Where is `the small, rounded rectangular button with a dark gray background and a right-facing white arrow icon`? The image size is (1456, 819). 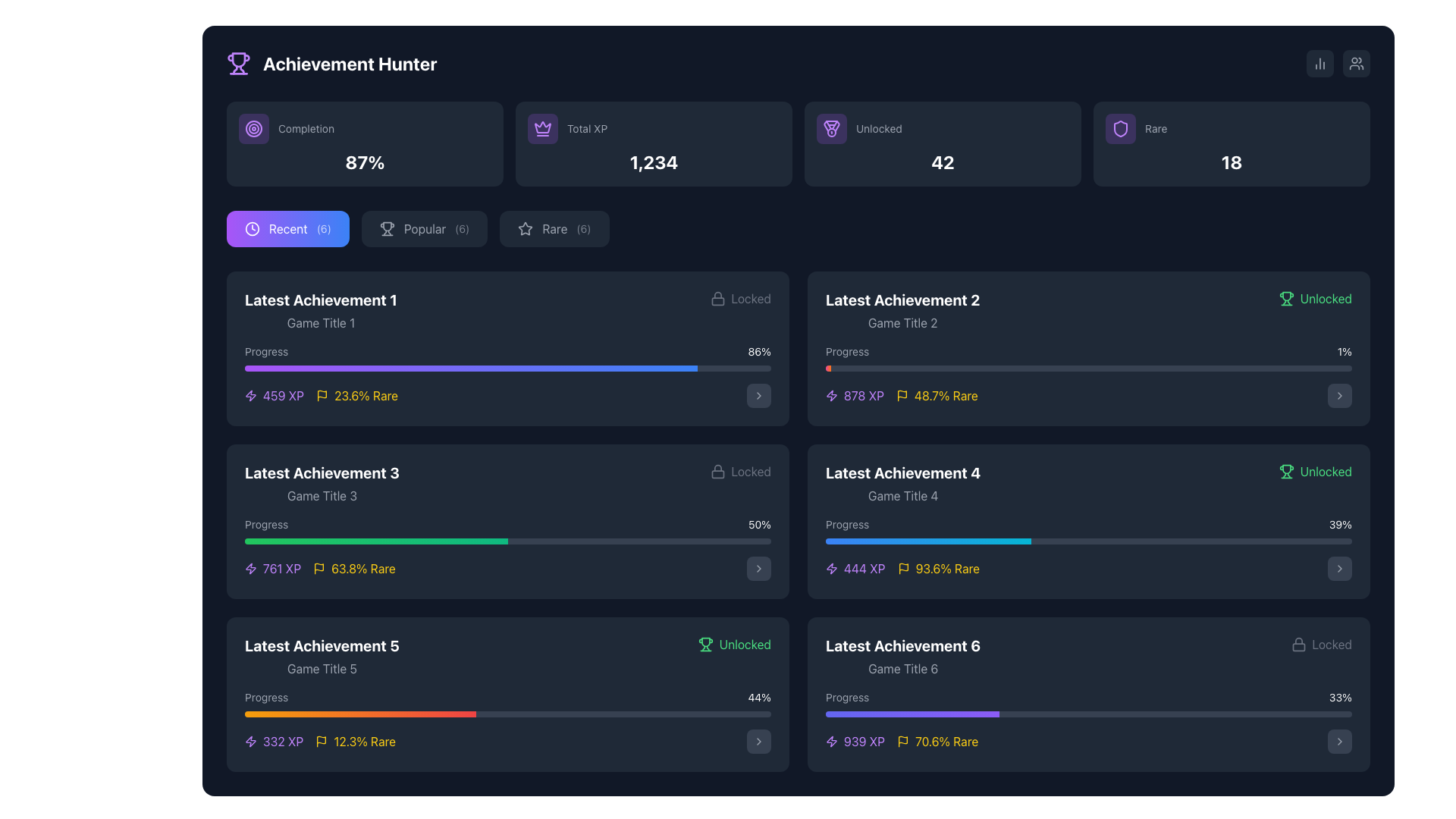
the small, rounded rectangular button with a dark gray background and a right-facing white arrow icon is located at coordinates (1339, 741).